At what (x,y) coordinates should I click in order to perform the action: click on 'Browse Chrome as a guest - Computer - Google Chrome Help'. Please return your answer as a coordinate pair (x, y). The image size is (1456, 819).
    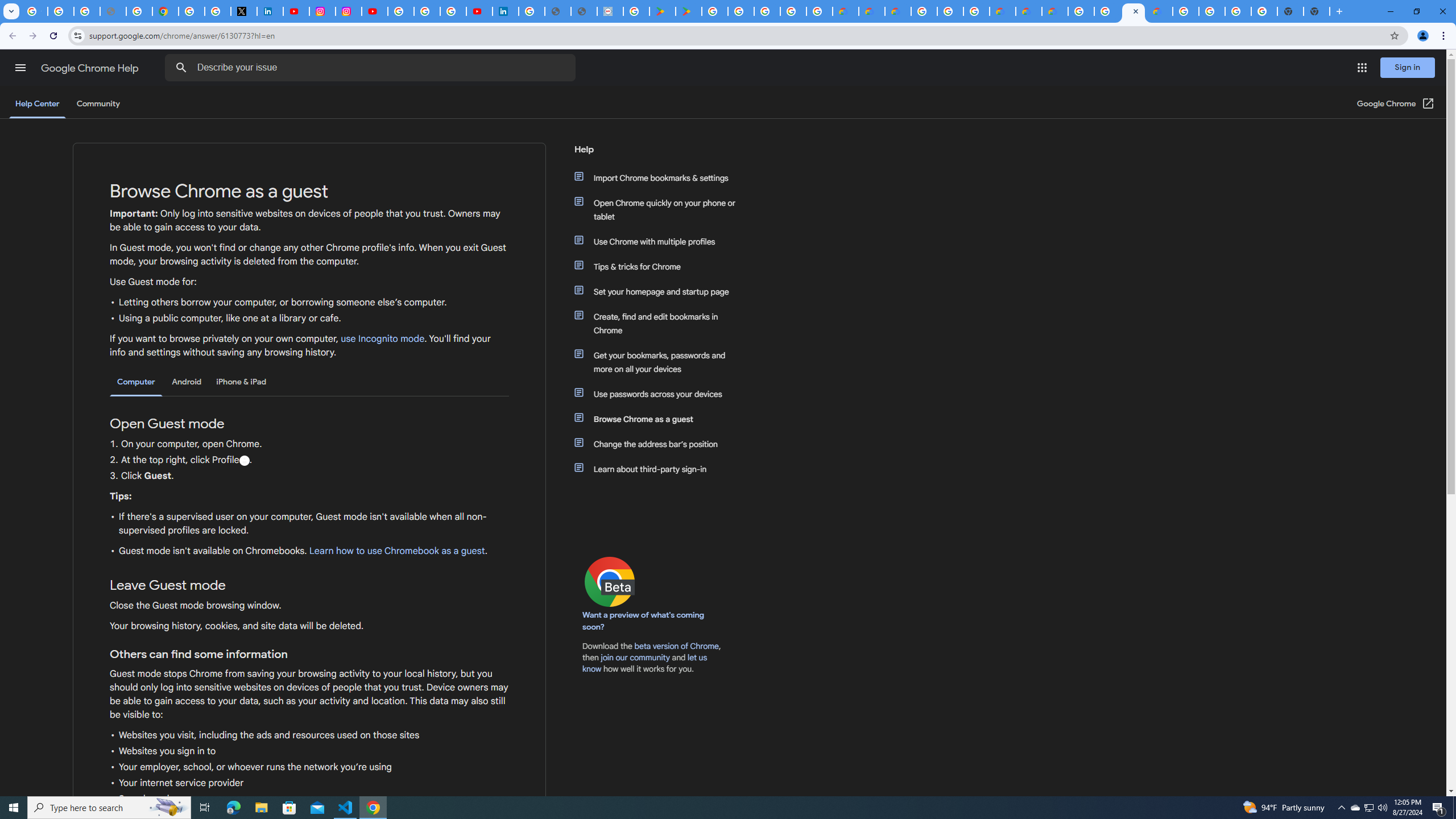
    Looking at the image, I should click on (1106, 11).